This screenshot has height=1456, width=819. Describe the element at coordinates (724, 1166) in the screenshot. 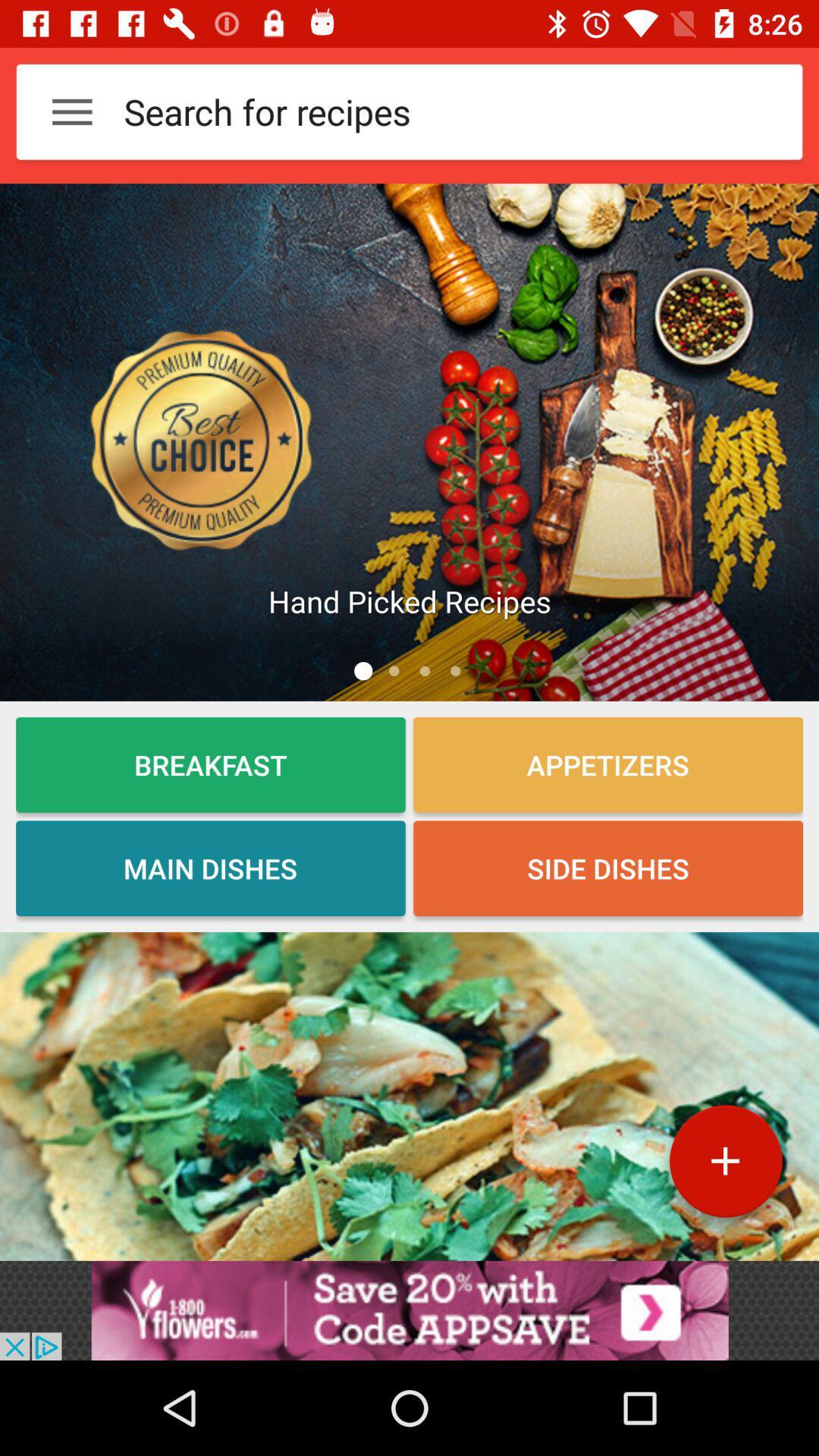

I see `the add icon` at that location.